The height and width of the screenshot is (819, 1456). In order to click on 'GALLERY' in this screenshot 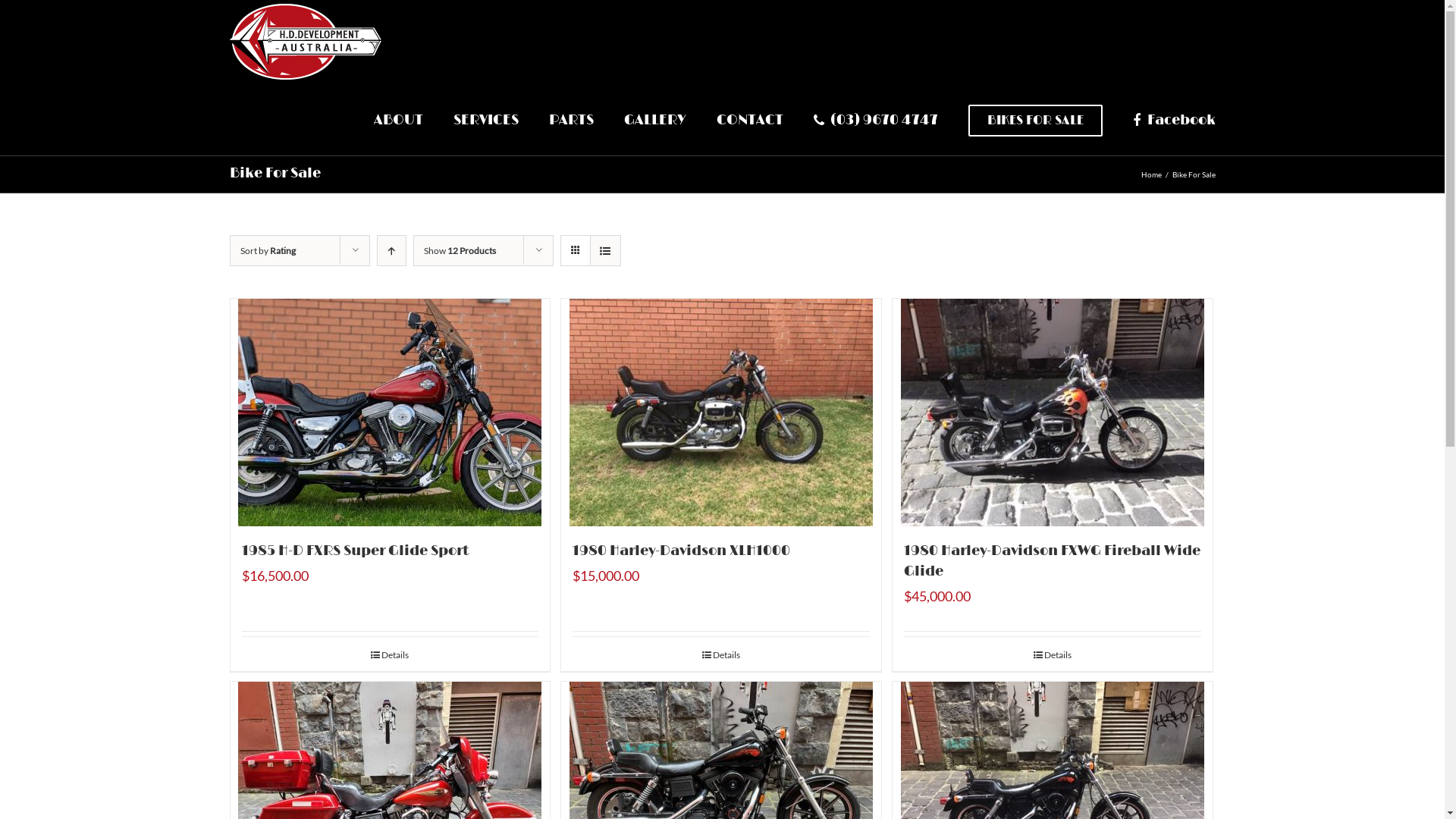, I will do `click(655, 118)`.